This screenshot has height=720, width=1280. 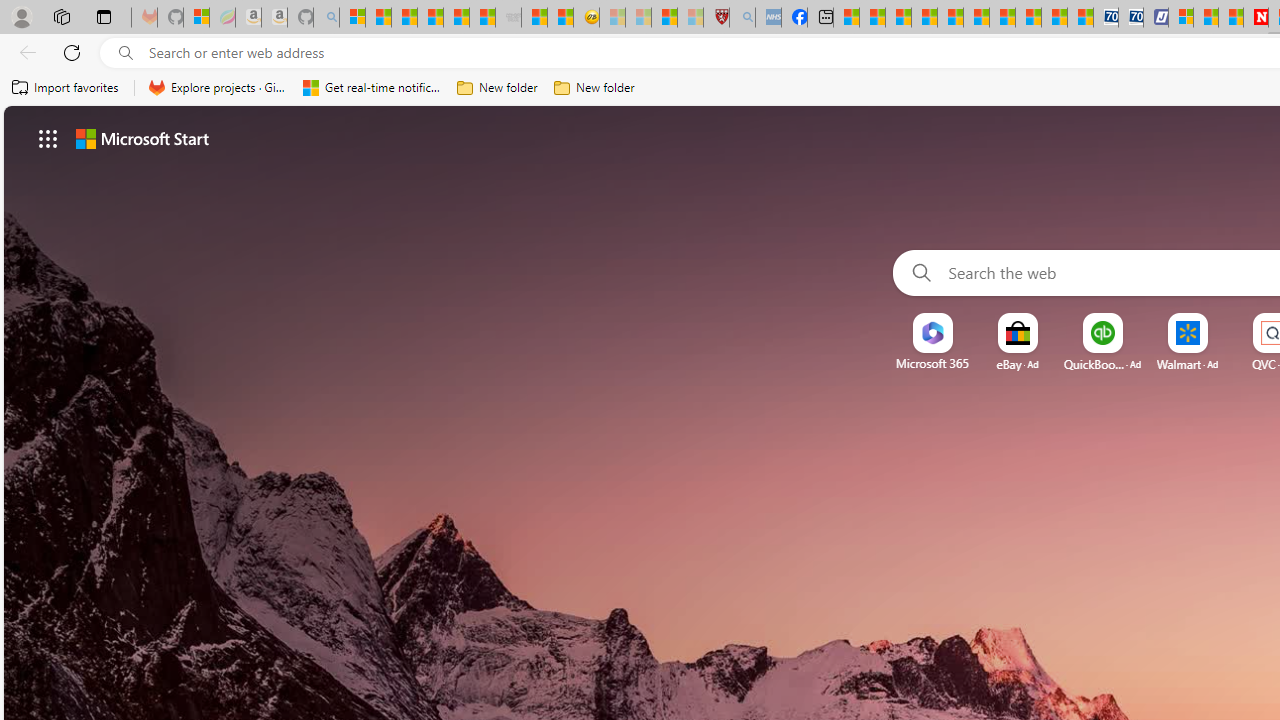 What do you see at coordinates (1104, 17) in the screenshot?
I see `'Cheap Car Rentals - Save70.com'` at bounding box center [1104, 17].